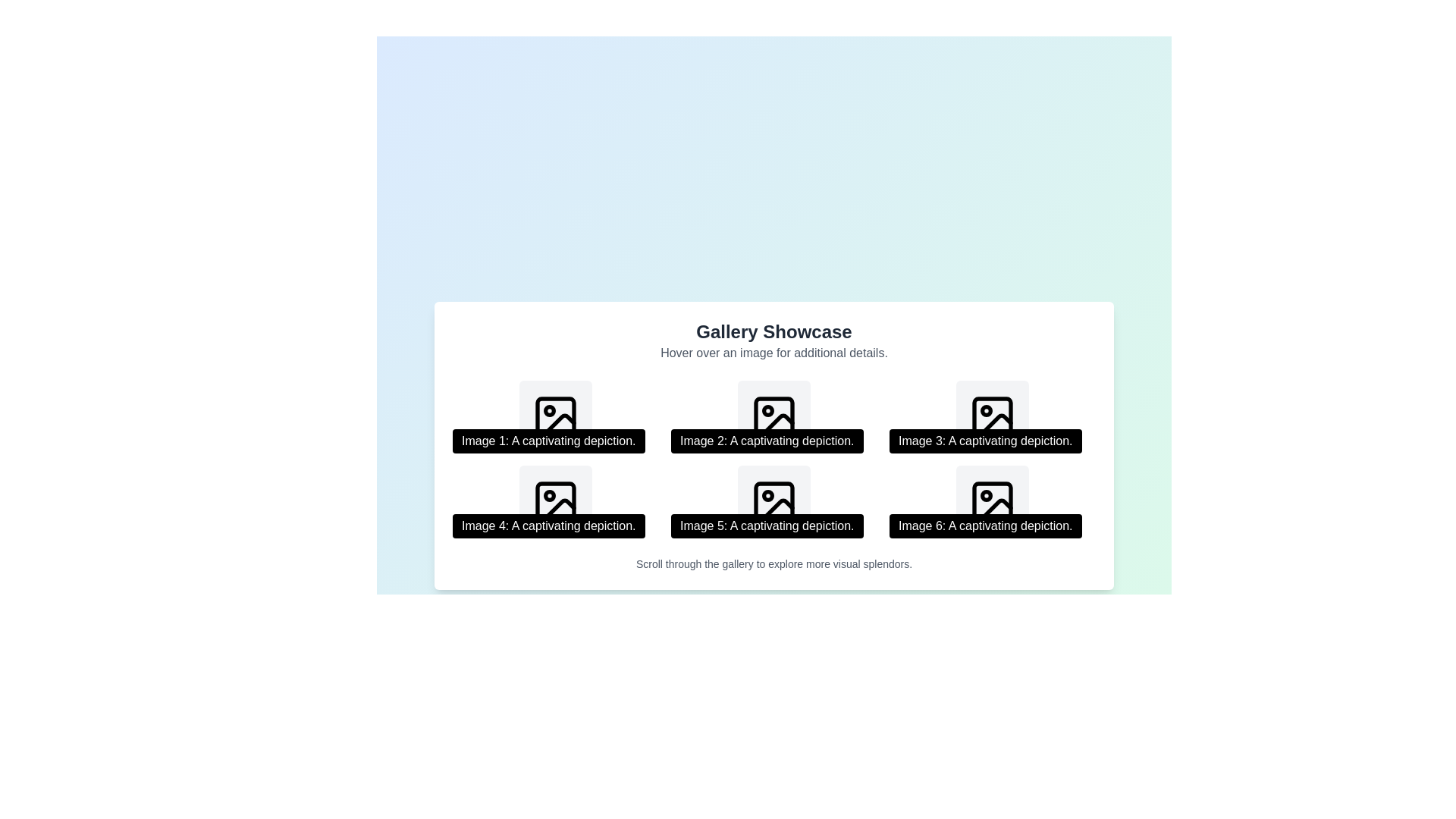 The image size is (1456, 819). I want to click on the tooltip-style Text Label reading 'Image 6: A captivating depiction.' which is located at the bottom right of the grid display, directly above the sixth image, so click(985, 526).